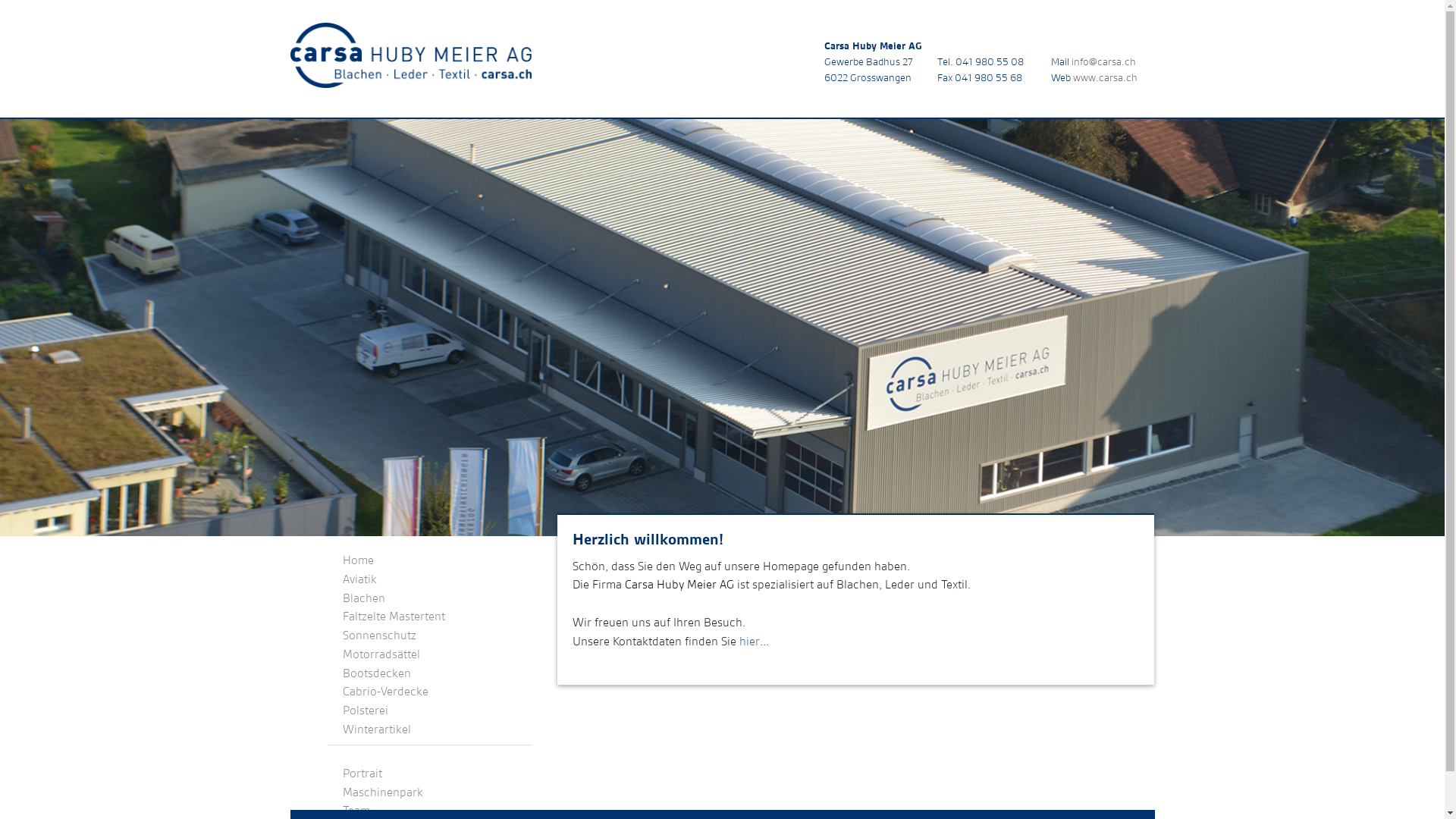 This screenshot has height=819, width=1456. I want to click on 'Sonnenschutz', so click(379, 635).